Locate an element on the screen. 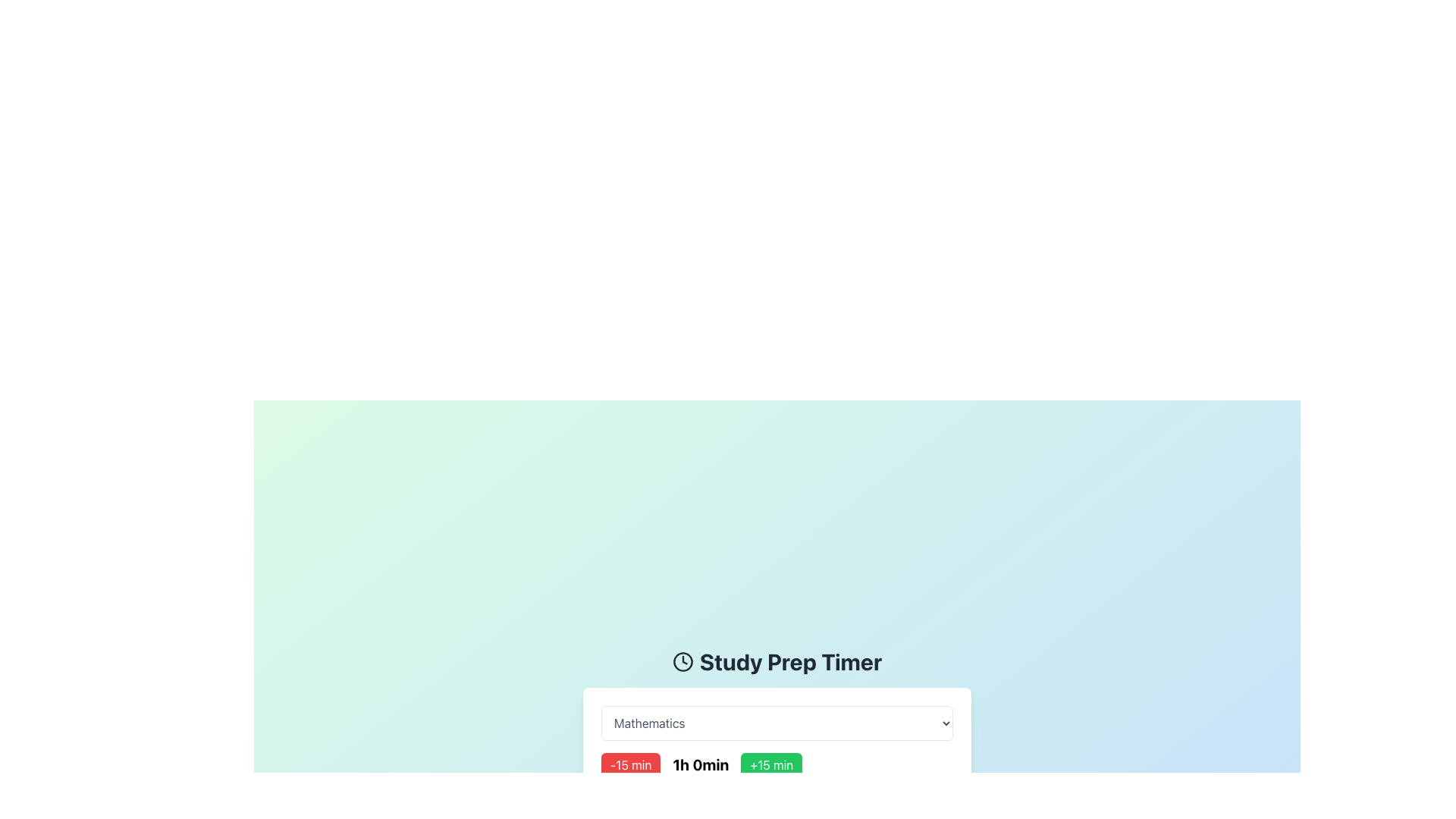  the Dropdown menu labeled 'Mathematics', which has a white background and a downward-pointing arrow is located at coordinates (777, 722).